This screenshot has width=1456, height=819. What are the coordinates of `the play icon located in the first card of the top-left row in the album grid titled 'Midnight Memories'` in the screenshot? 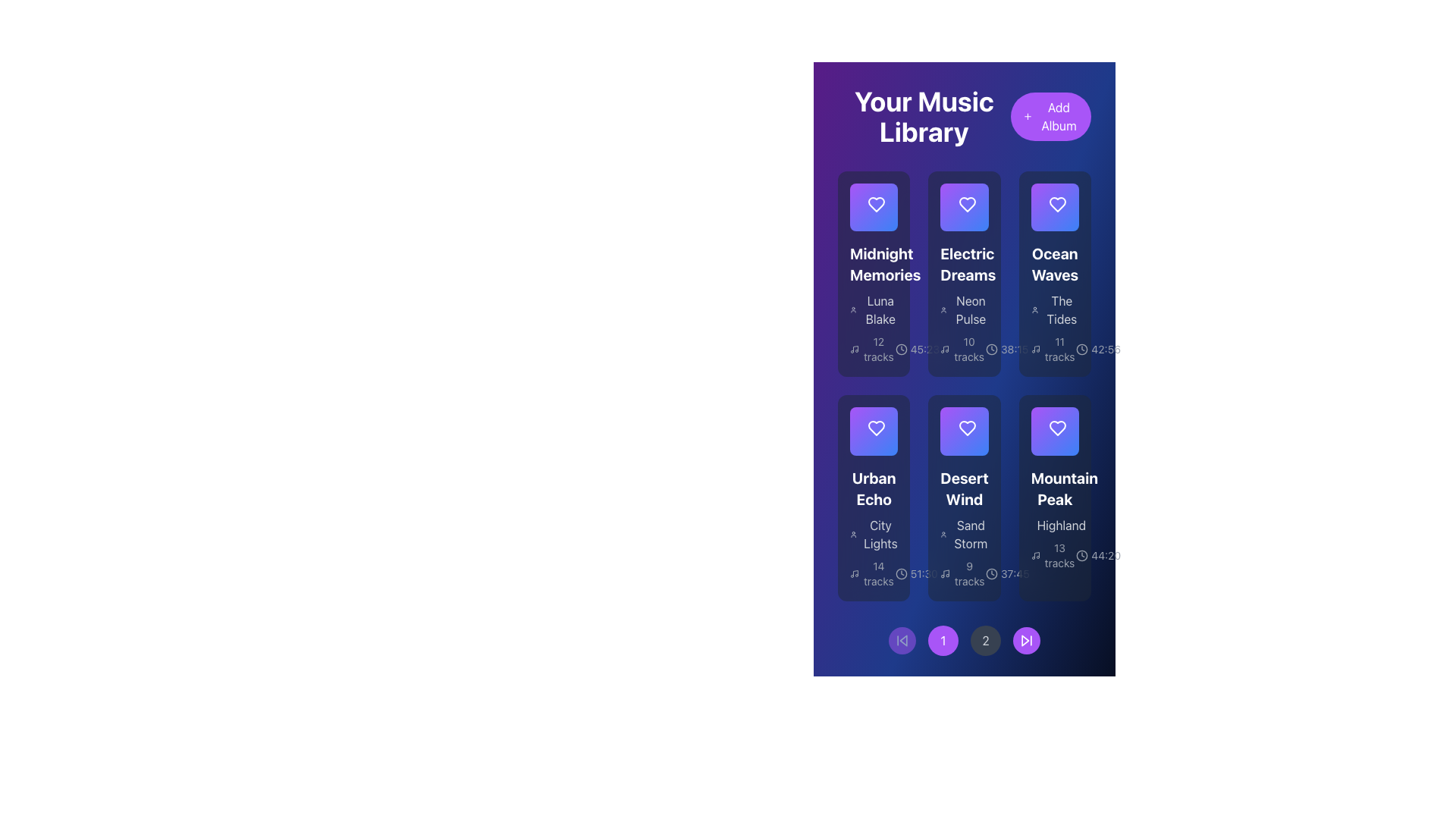 It's located at (874, 207).